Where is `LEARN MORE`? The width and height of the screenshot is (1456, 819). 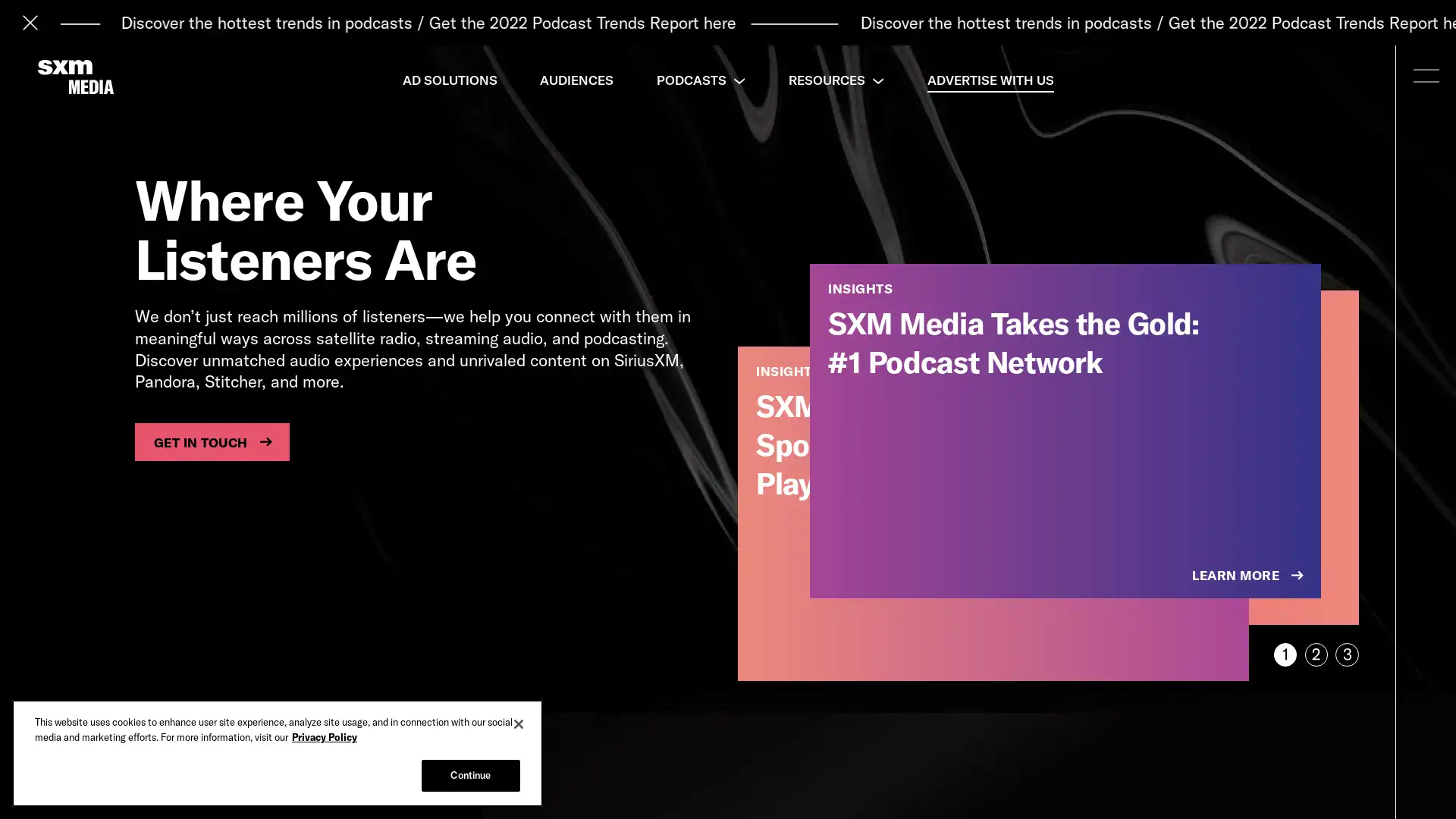 LEARN MORE is located at coordinates (1249, 576).